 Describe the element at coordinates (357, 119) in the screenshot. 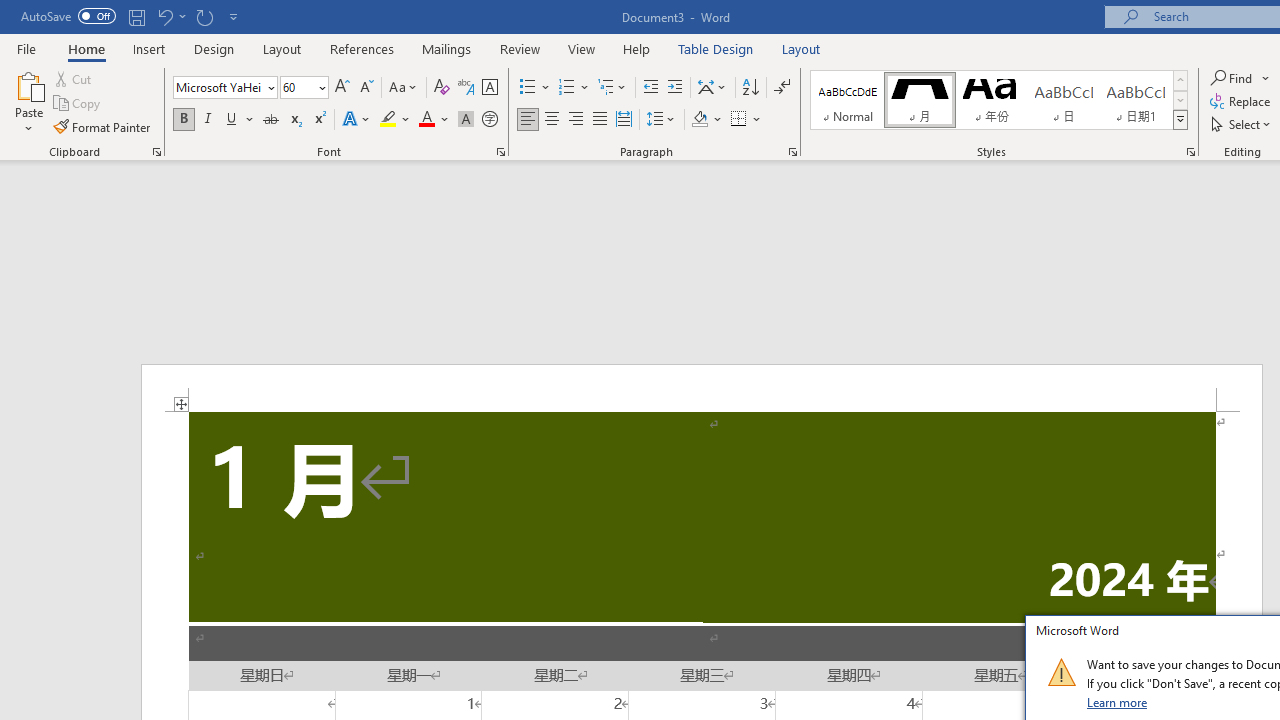

I see `'Text Effects and Typography'` at that location.